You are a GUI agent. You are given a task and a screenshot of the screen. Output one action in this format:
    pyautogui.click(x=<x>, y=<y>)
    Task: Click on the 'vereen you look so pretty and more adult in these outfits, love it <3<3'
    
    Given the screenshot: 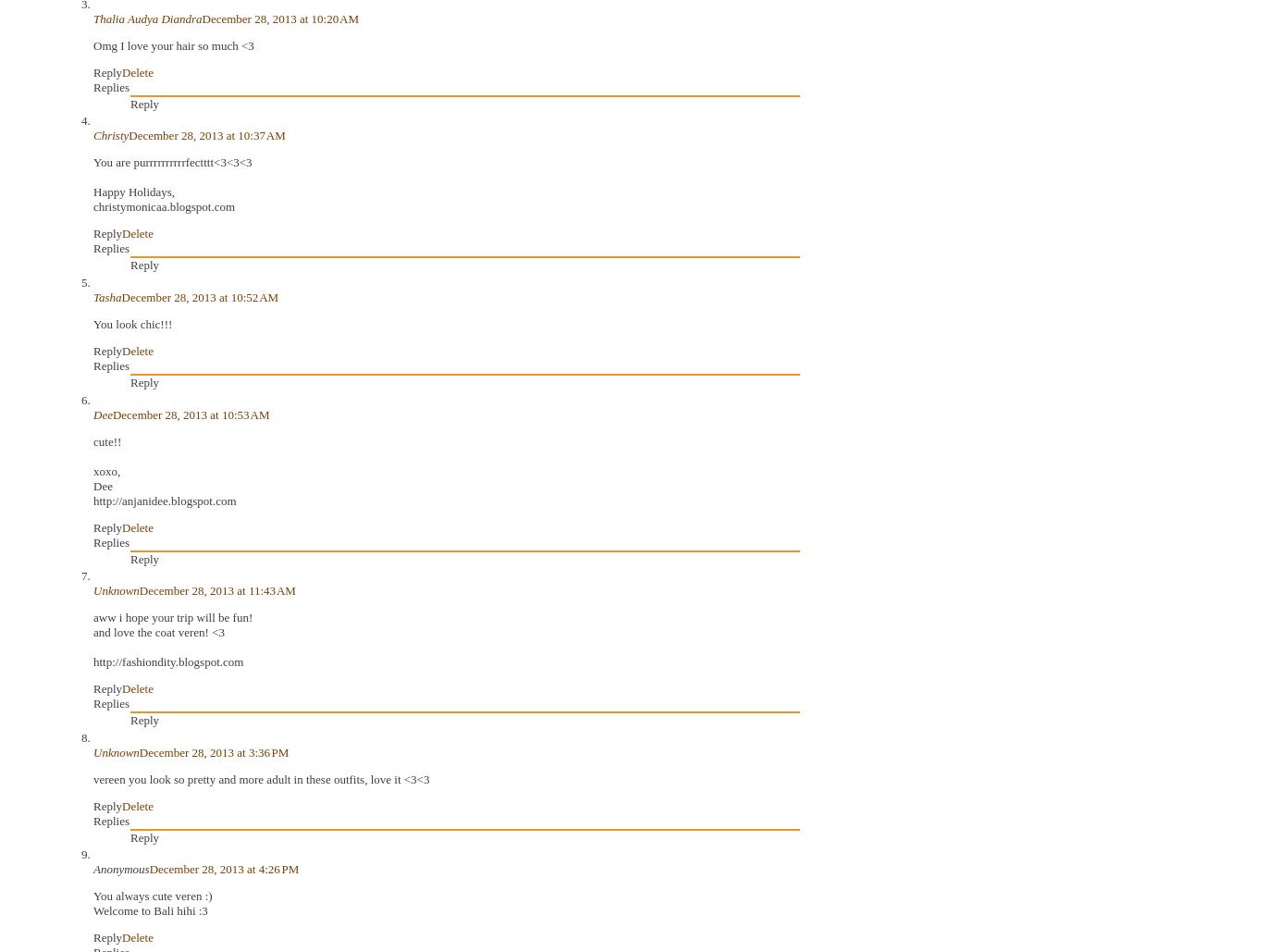 What is the action you would take?
    pyautogui.click(x=260, y=777)
    